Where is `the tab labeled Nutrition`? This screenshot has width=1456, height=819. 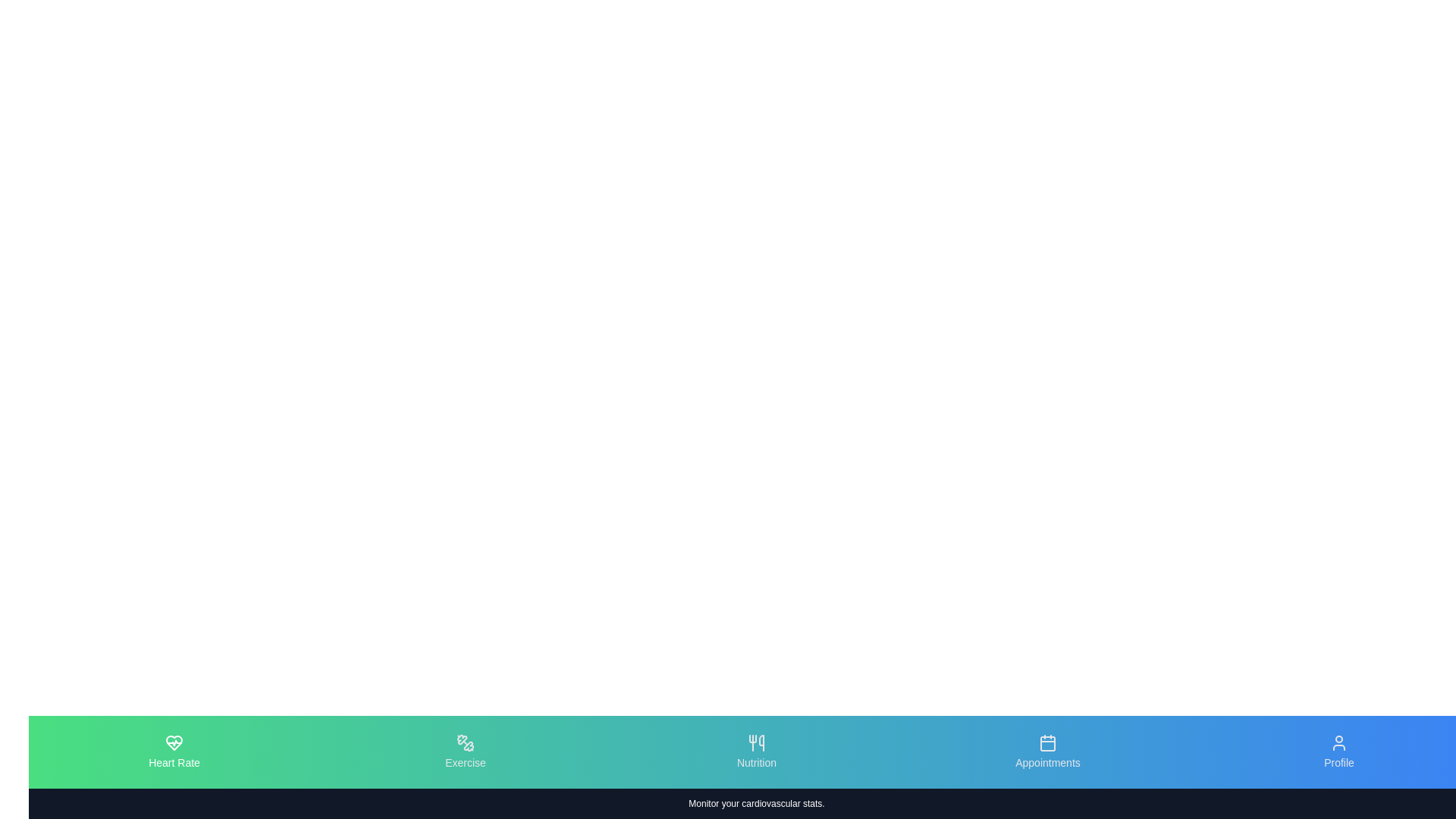 the tab labeled Nutrition is located at coordinates (757, 752).